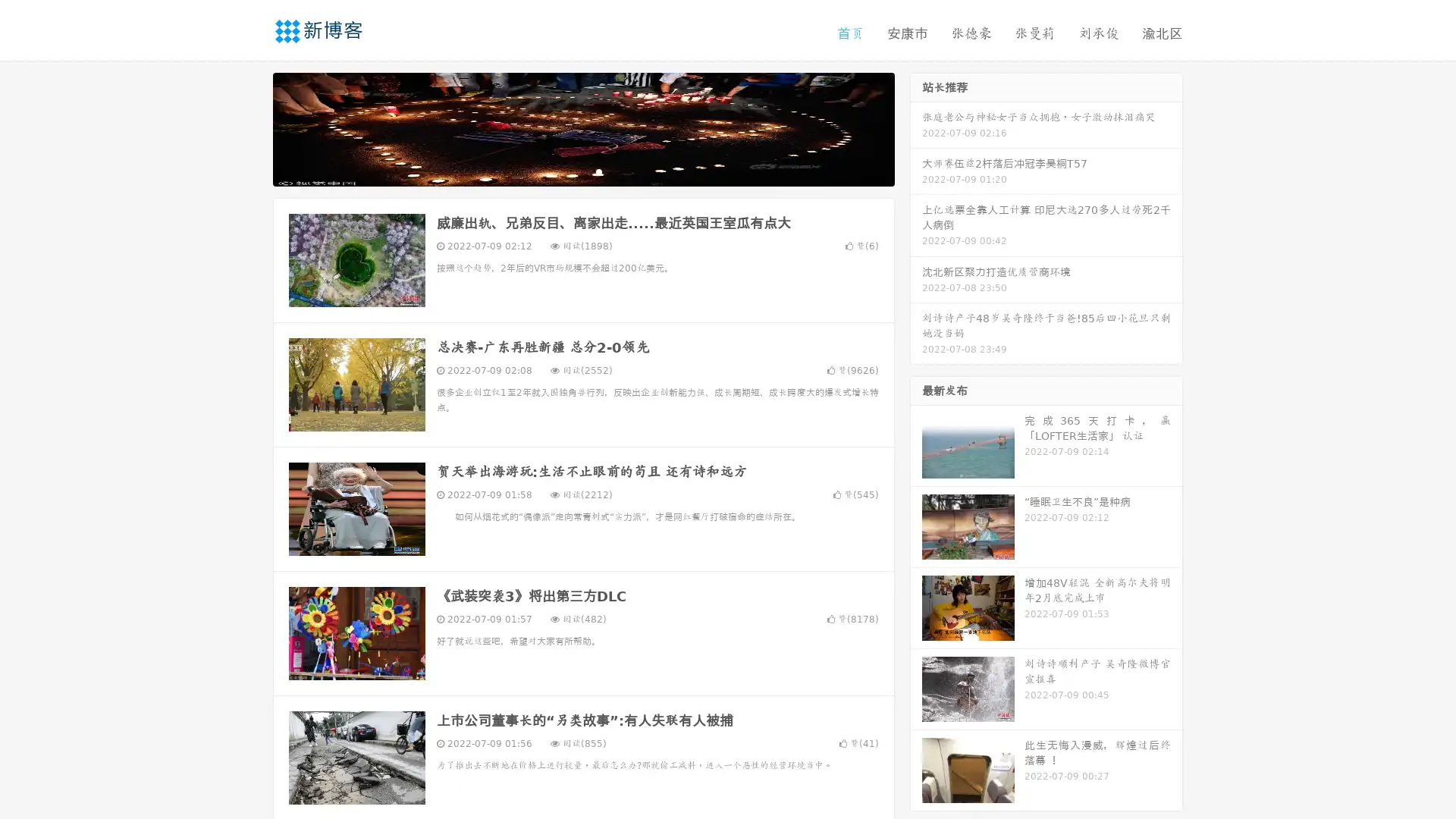 Image resolution: width=1456 pixels, height=819 pixels. What do you see at coordinates (598, 171) in the screenshot?
I see `Go to slide 3` at bounding box center [598, 171].